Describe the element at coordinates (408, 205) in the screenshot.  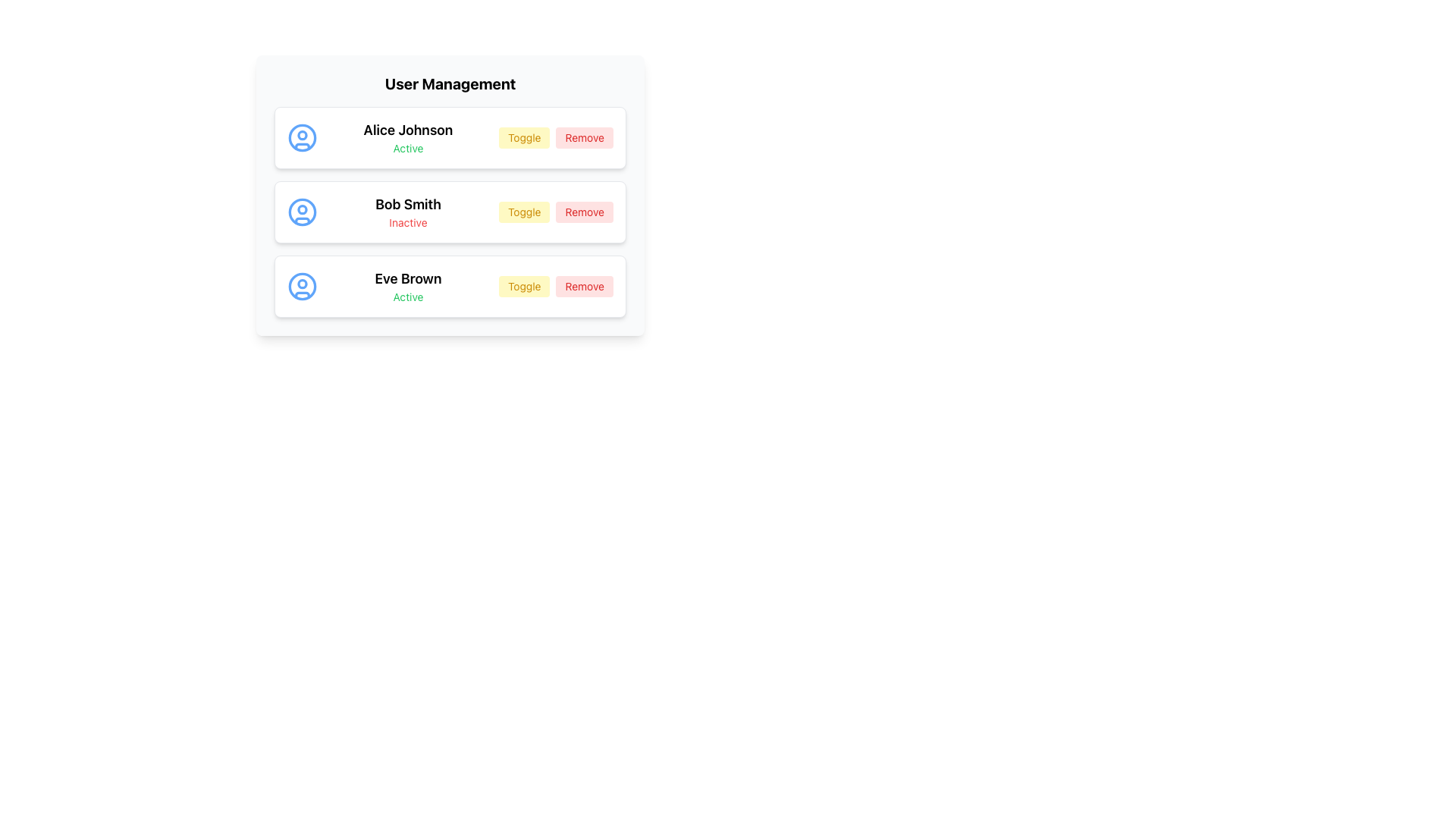
I see `the text label displaying the name 'Bob Smith' in bold and larger font at the center-top of the user detail card` at that location.